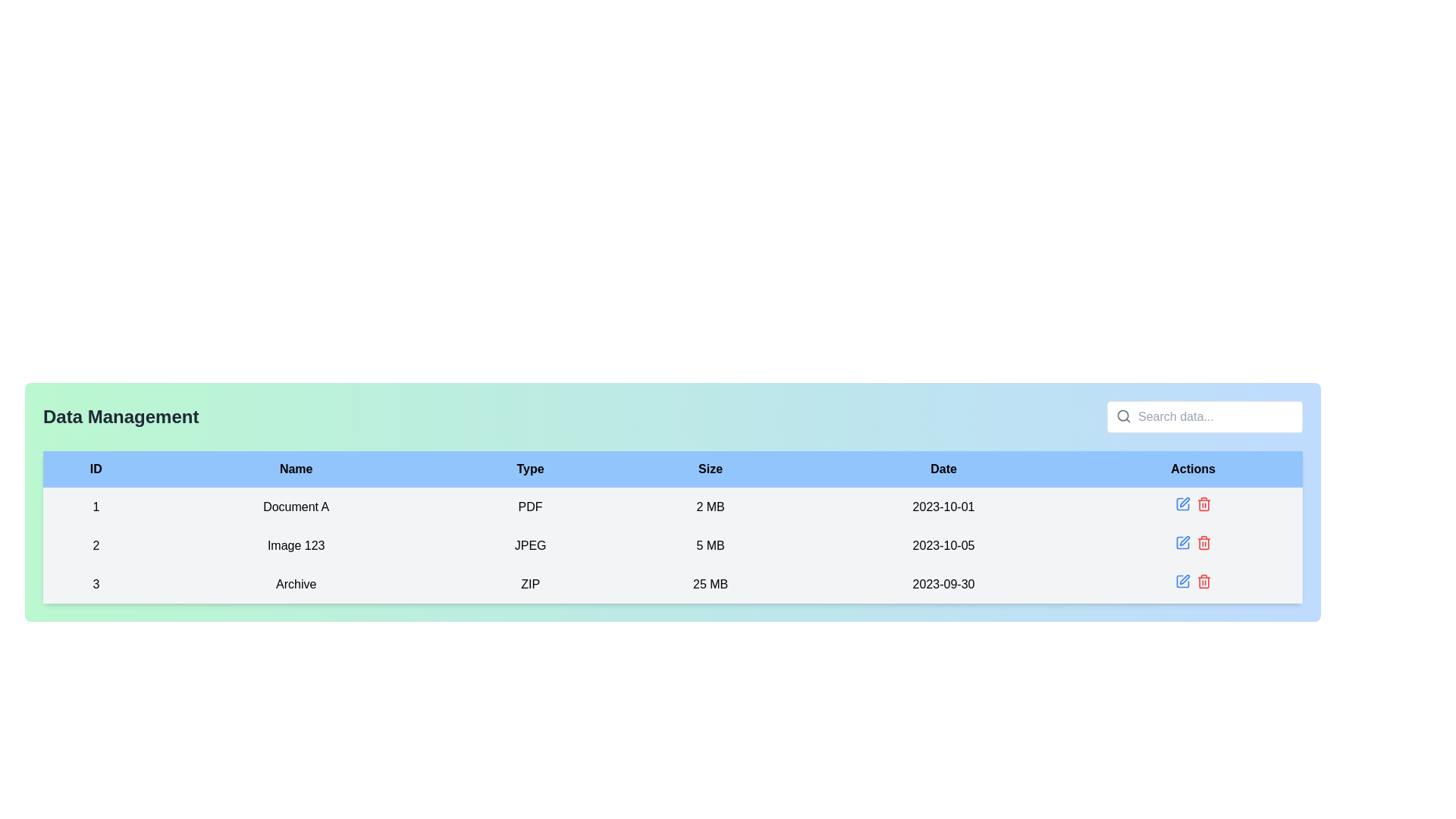 The height and width of the screenshot is (819, 1456). I want to click on the second row of the file details table, which contains information about a file, so click(672, 544).